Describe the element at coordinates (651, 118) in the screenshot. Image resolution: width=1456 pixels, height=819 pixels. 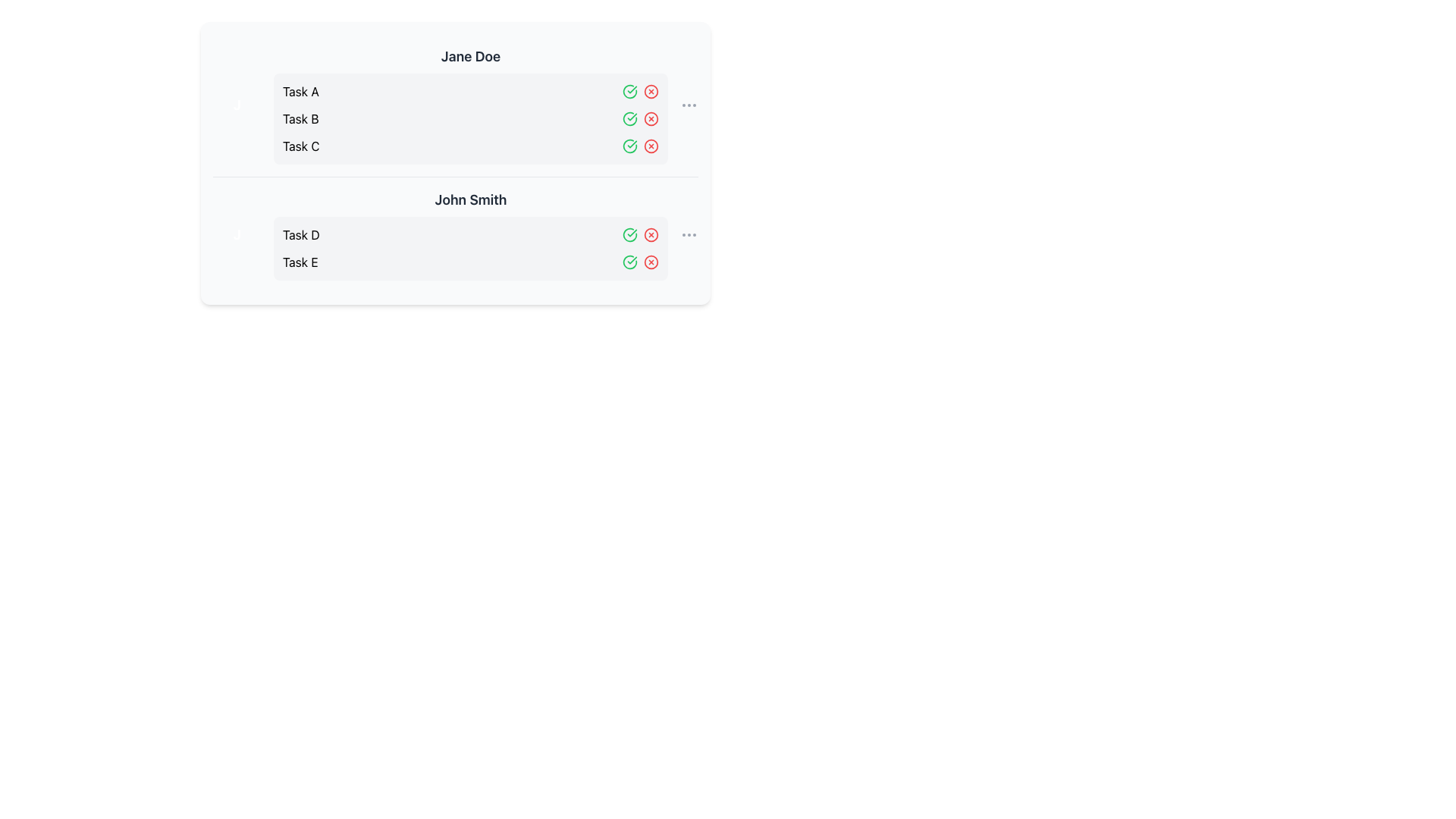
I see `the delete icon located on the far-right side of the task row labeled 'Task B' under the 'Jane Doe' section` at that location.